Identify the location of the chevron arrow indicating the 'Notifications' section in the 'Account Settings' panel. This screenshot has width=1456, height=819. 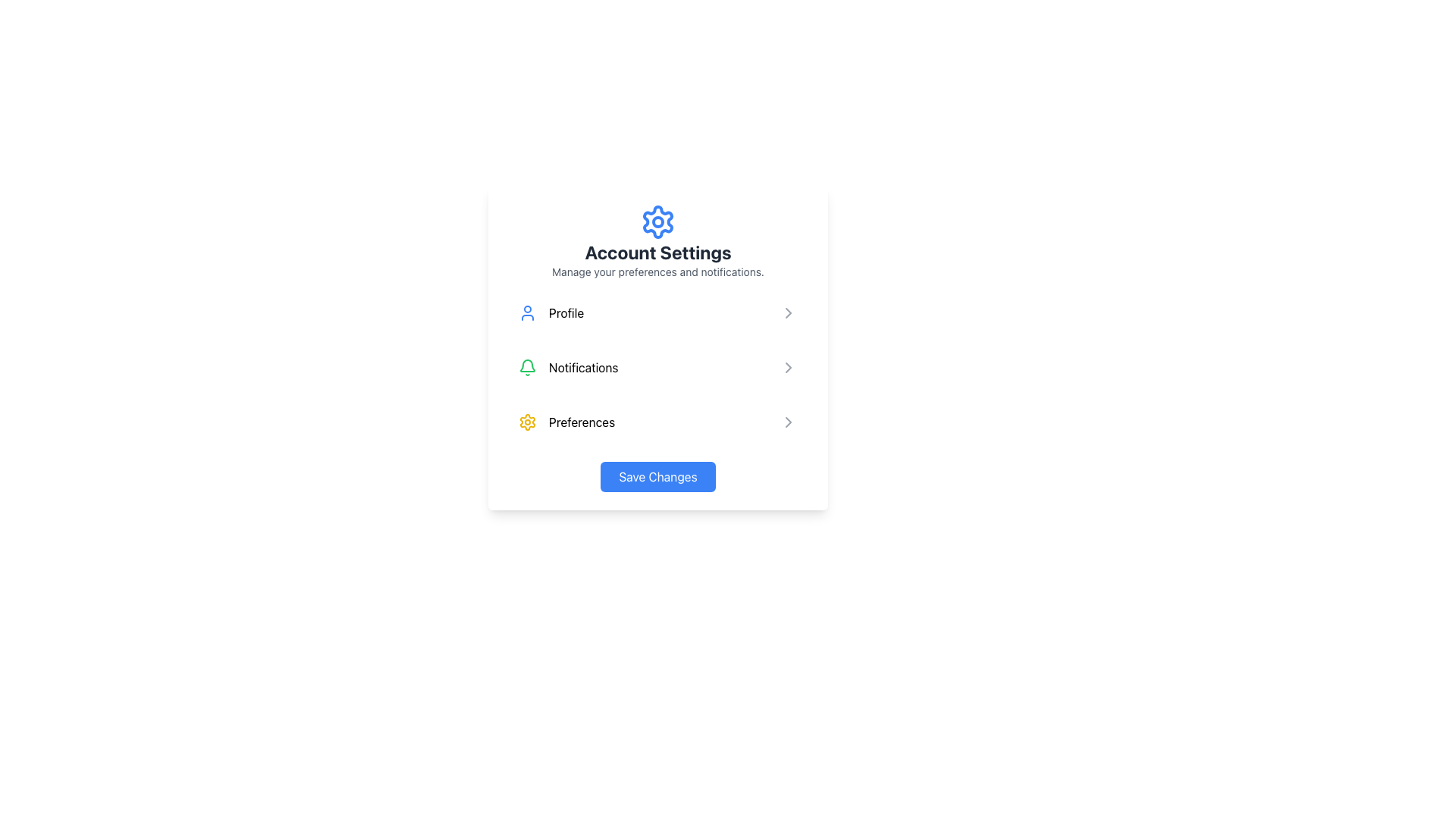
(789, 368).